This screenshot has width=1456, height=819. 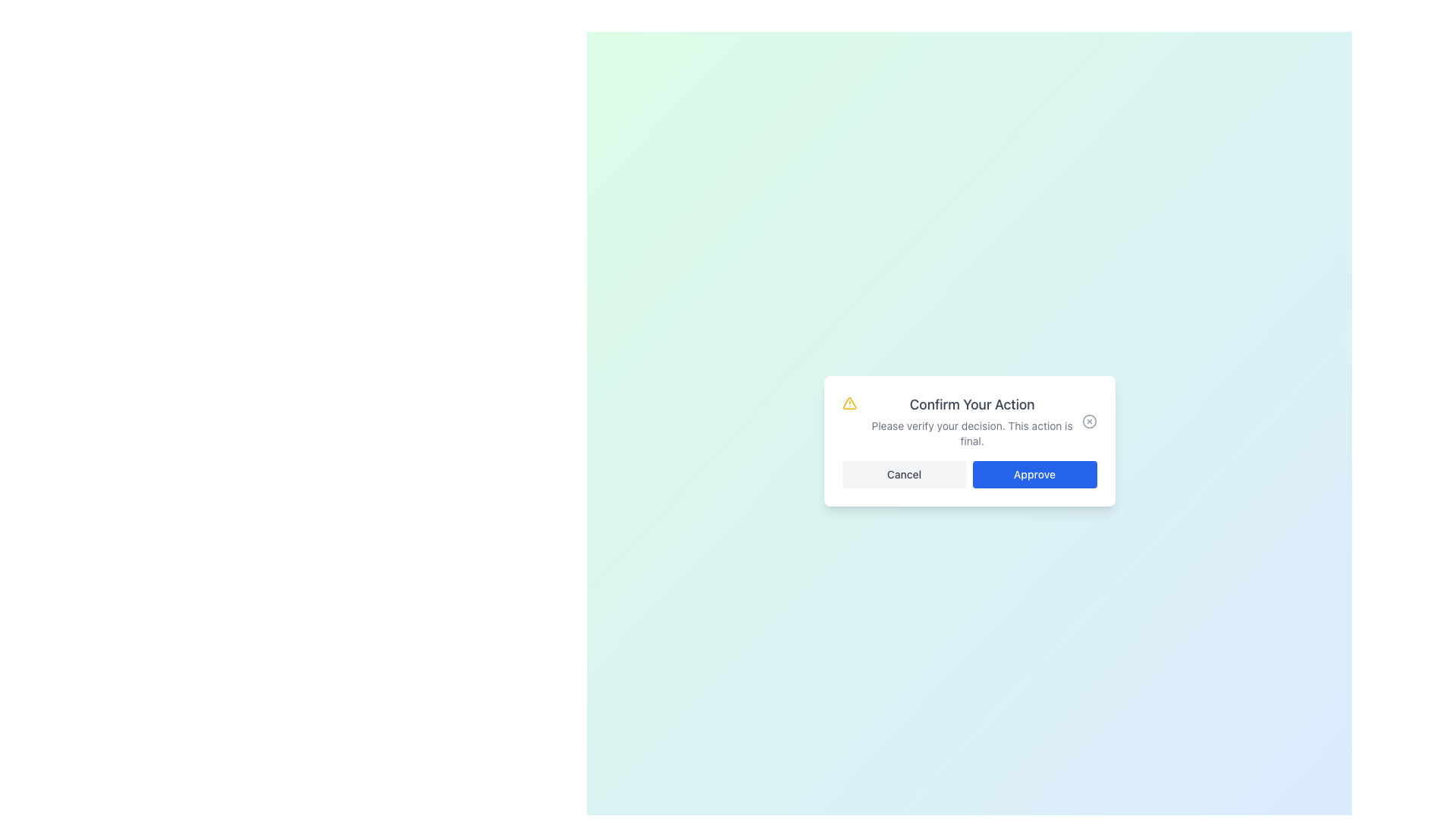 I want to click on the 'Approve' button, which is the second button in a modal dialog, featuring a blue background and white text, so click(x=1034, y=473).